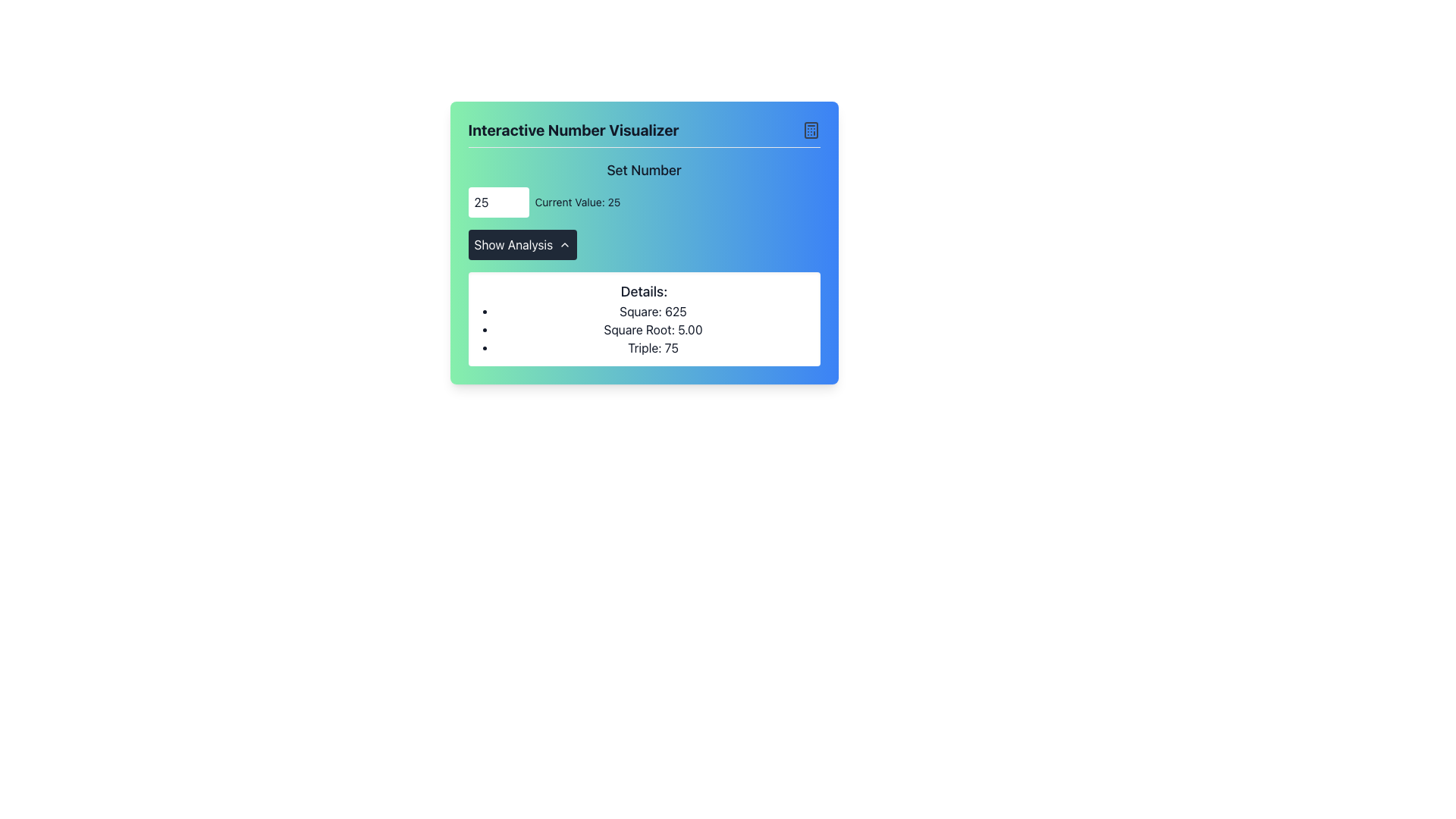 The height and width of the screenshot is (819, 1456). Describe the element at coordinates (653, 329) in the screenshot. I see `the text label that reads 'Square Root: 5.00', which is the second item in a vertical list under the 'Details' title, centrally placed within a white background panel` at that location.